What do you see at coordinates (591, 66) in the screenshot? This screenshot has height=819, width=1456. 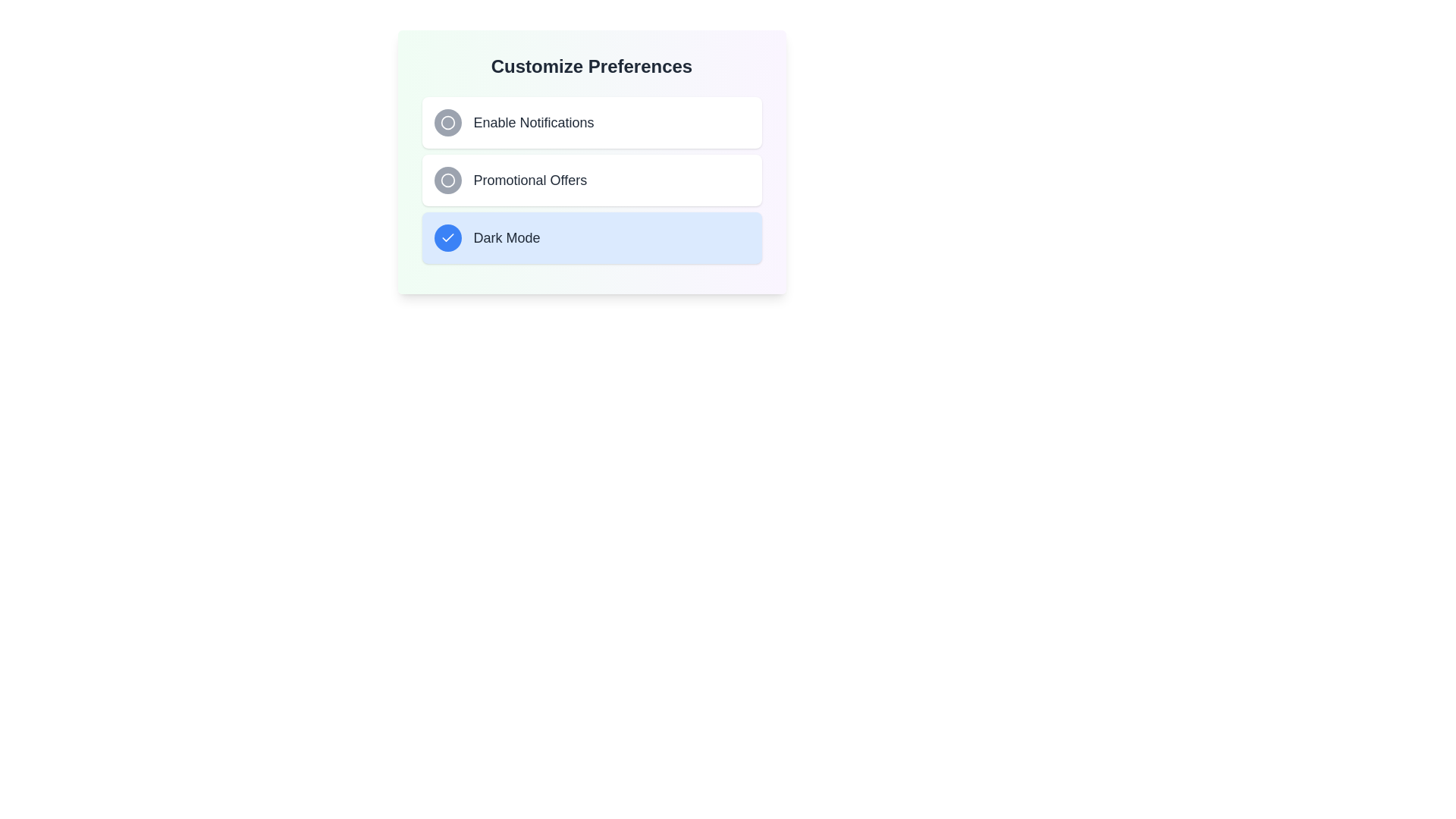 I see `the header text 'Customize Preferences'` at bounding box center [591, 66].